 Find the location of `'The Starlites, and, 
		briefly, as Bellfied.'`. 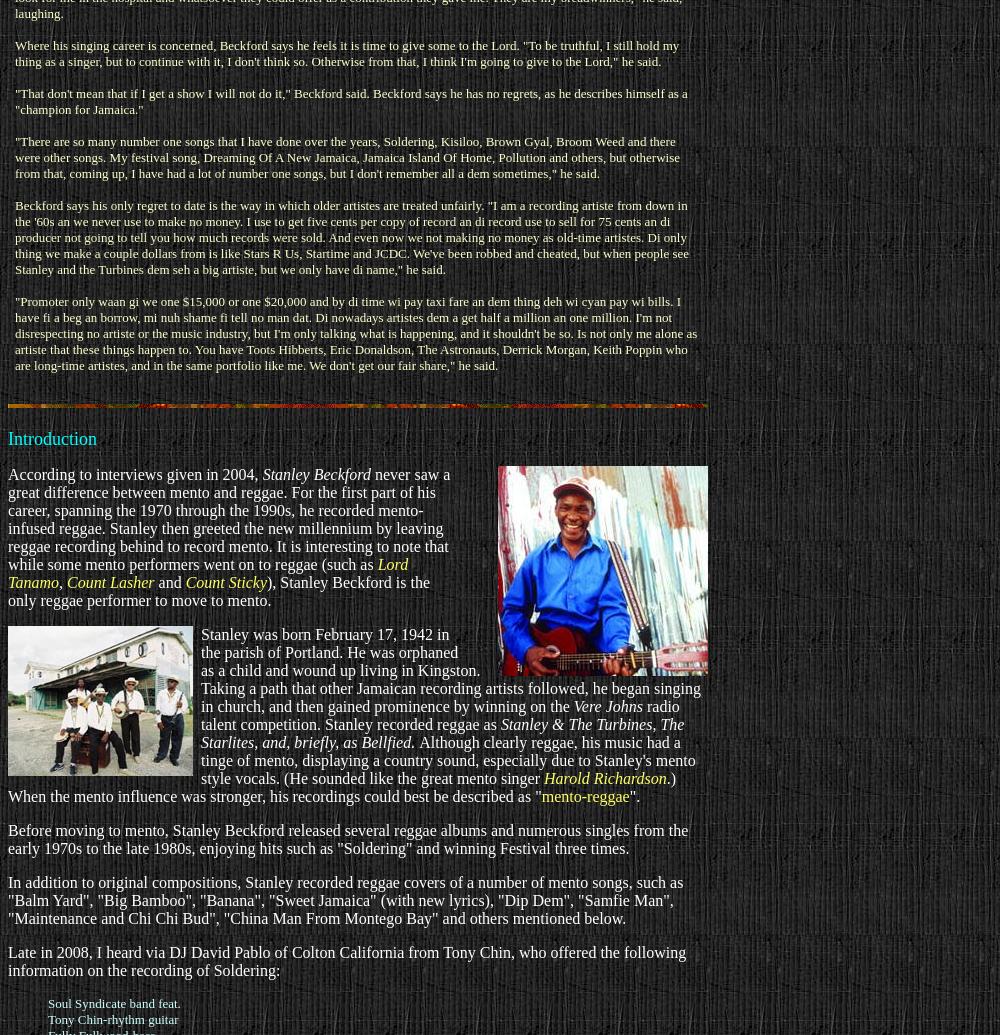

'The Starlites, and, 
		briefly, as Bellfied.' is located at coordinates (441, 732).